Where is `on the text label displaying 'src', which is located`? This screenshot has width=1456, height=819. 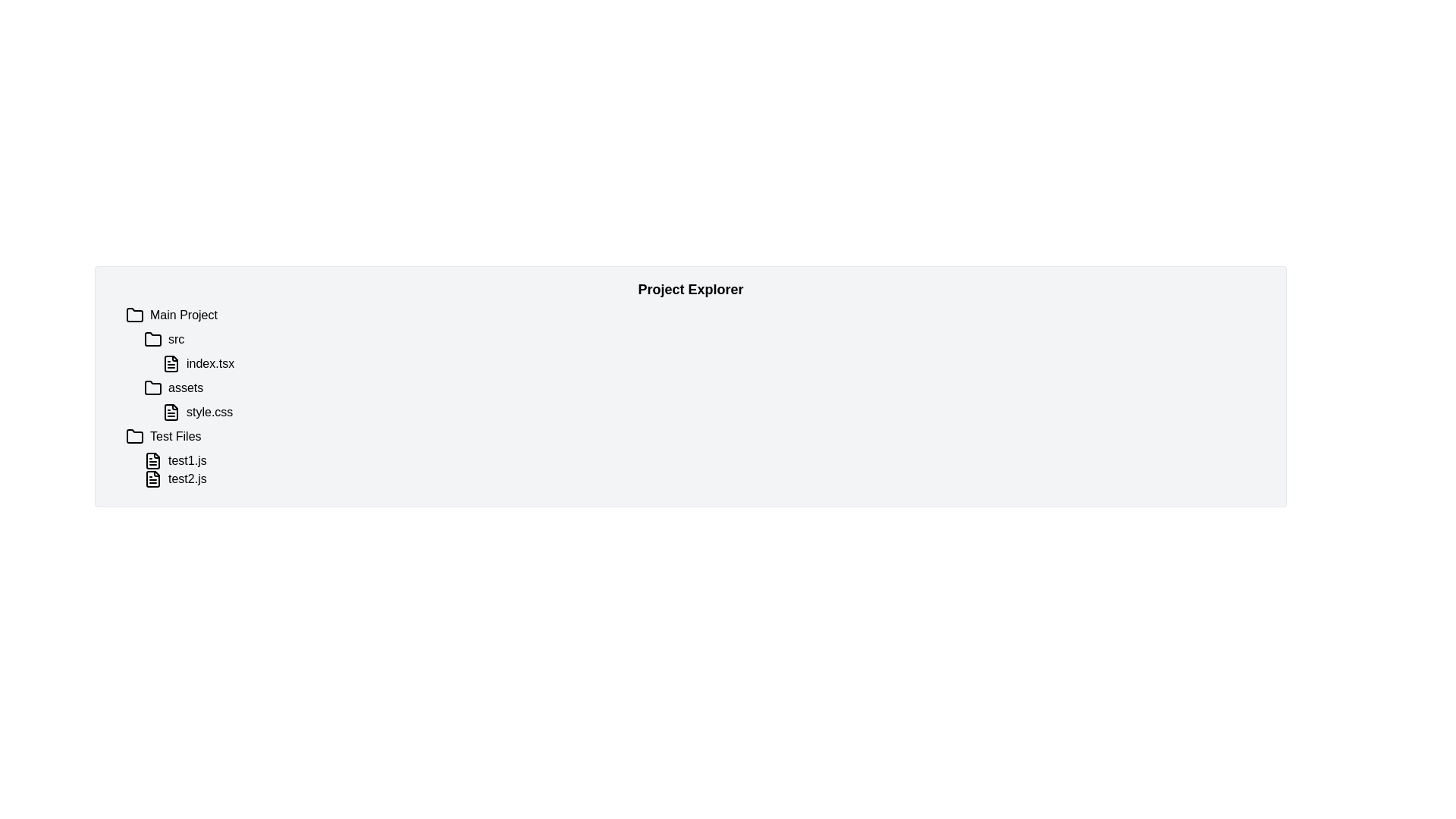
on the text label displaying 'src', which is located is located at coordinates (176, 338).